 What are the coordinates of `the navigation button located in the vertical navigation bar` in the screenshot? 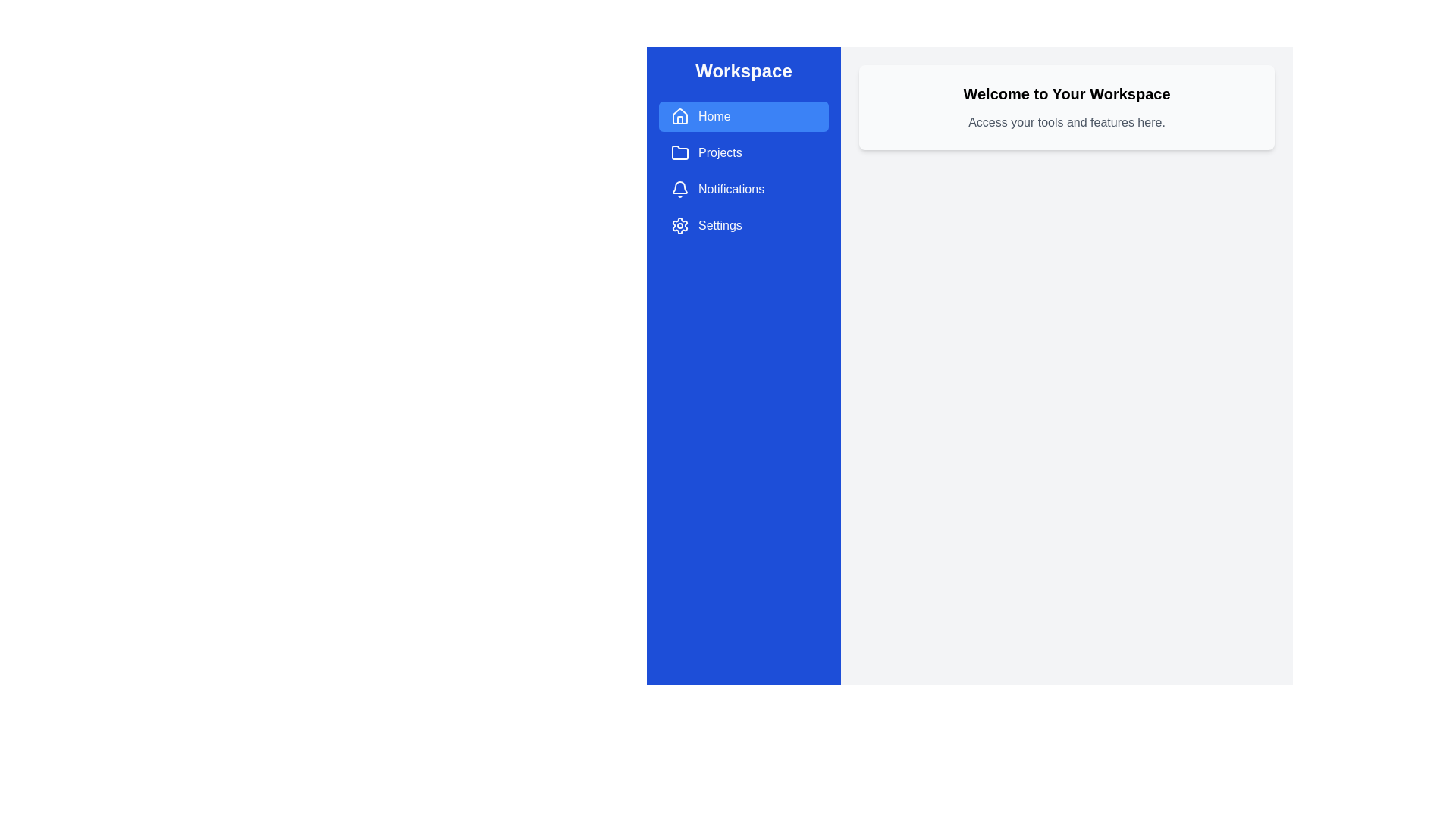 It's located at (743, 116).